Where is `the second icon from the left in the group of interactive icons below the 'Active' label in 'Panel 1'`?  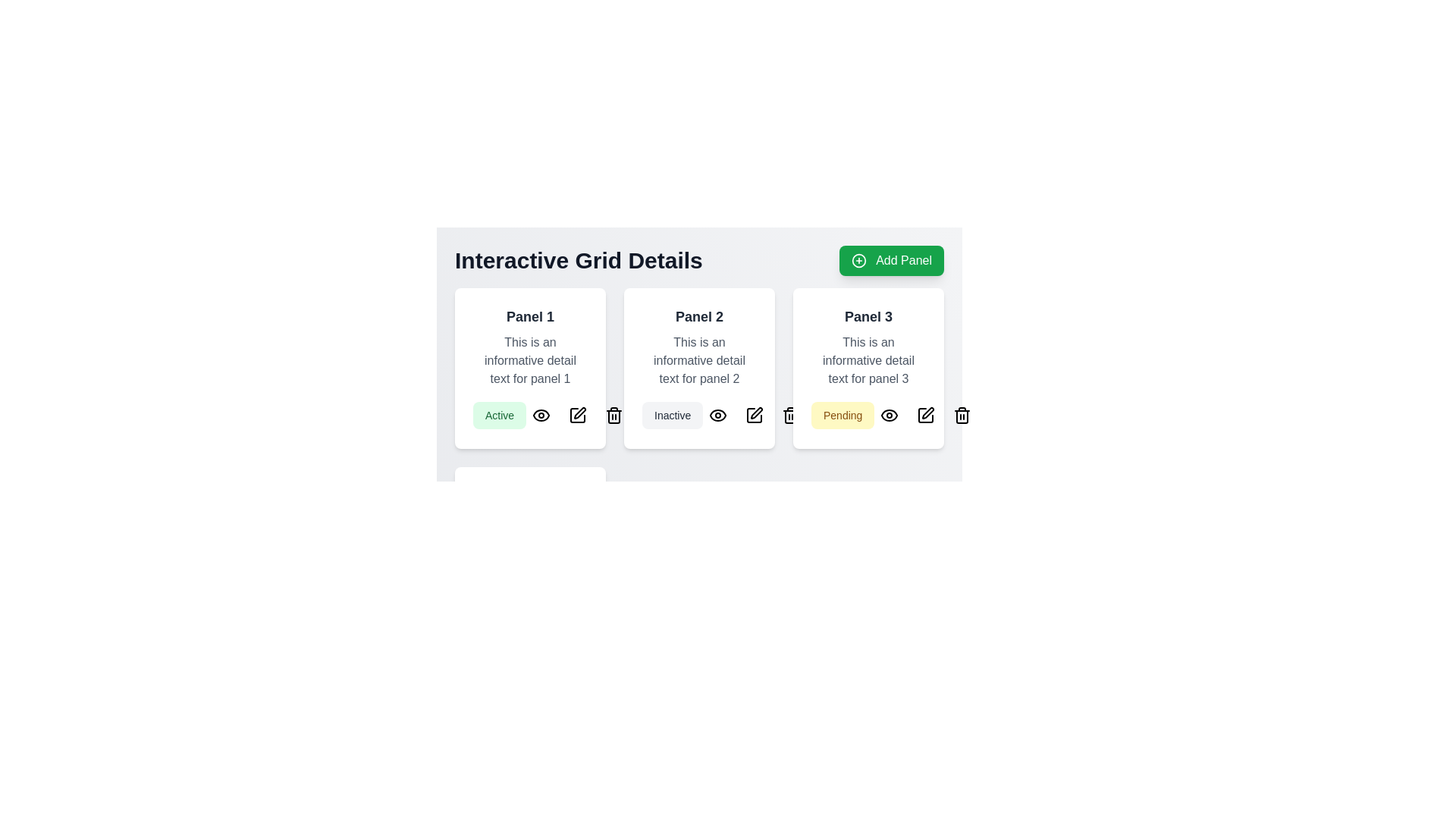 the second icon from the left in the group of interactive icons below the 'Active' label in 'Panel 1' is located at coordinates (577, 415).